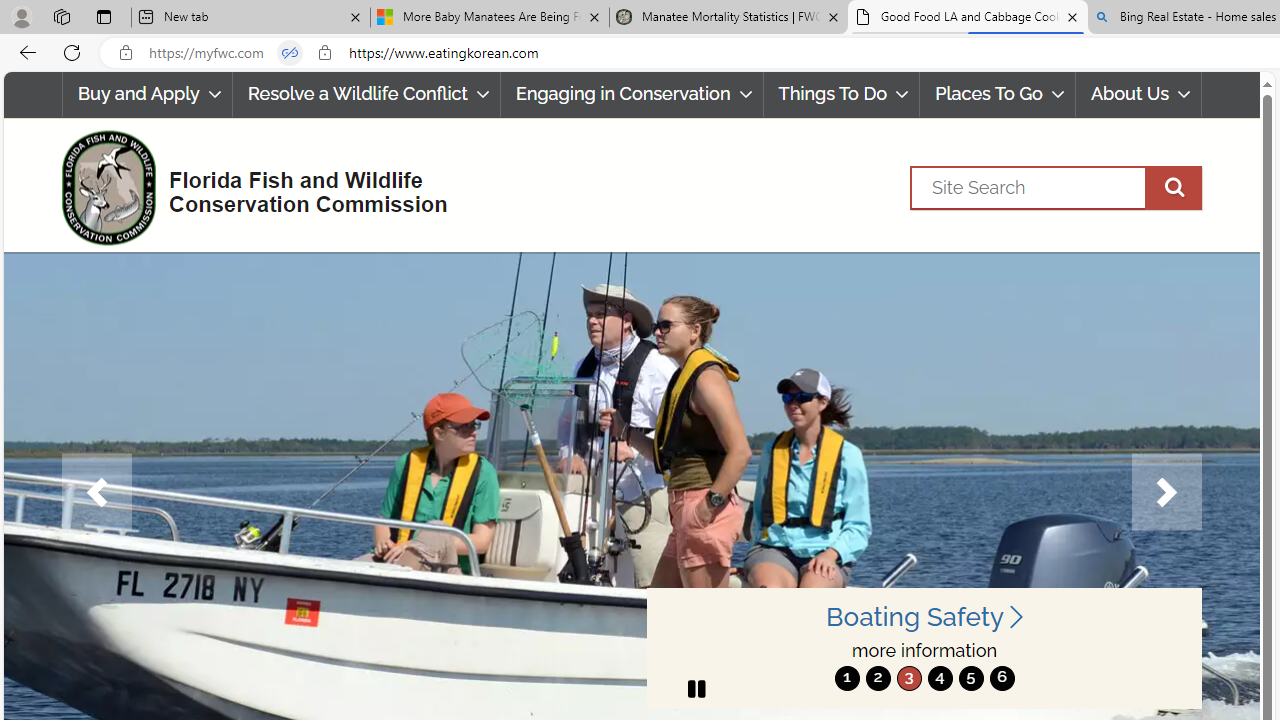  Describe the element at coordinates (1173, 187) in the screenshot. I see `'execute site search'` at that location.